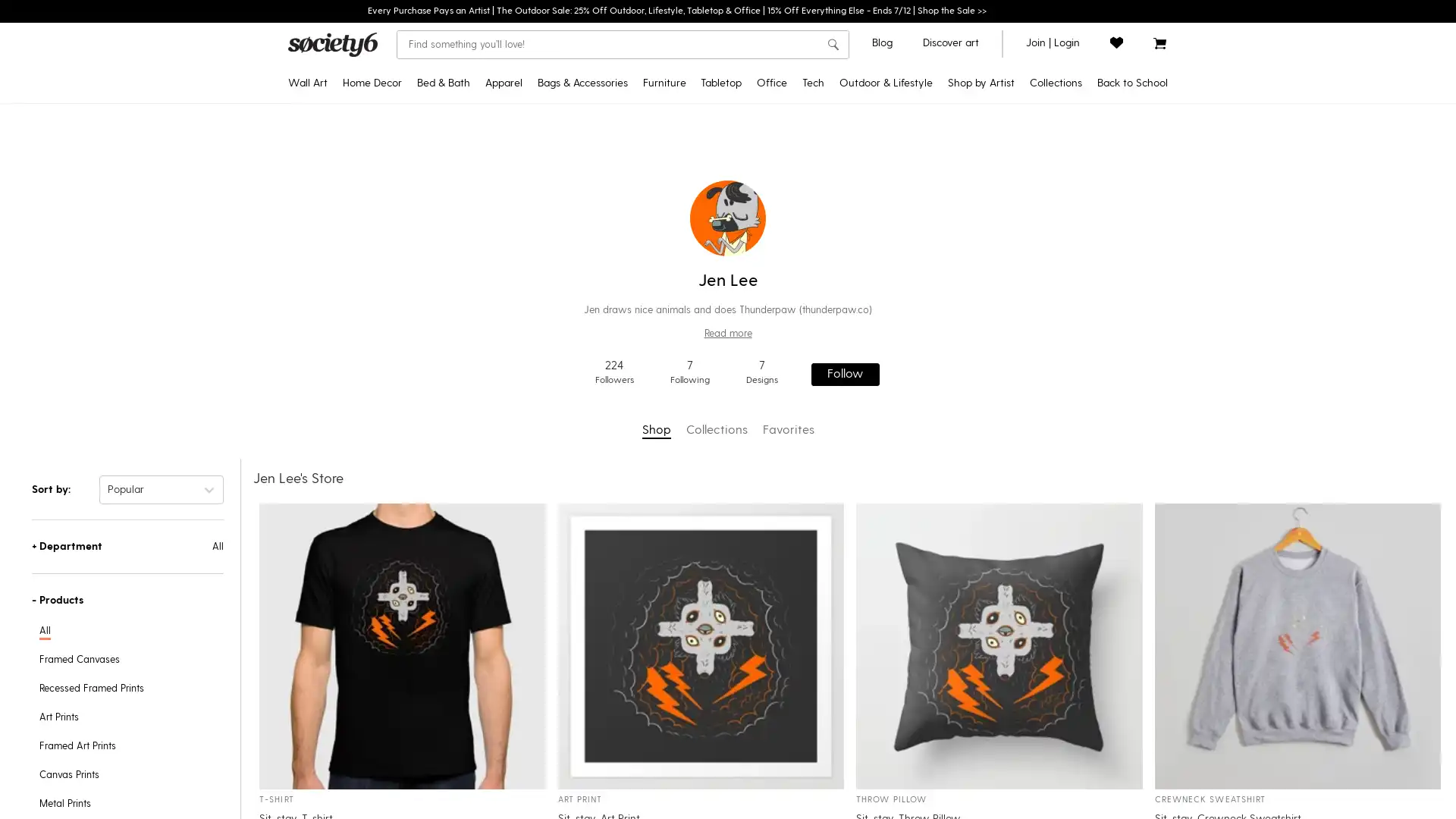 The width and height of the screenshot is (1456, 819). What do you see at coordinates (809, 219) in the screenshot?
I see `Acrylic Trays` at bounding box center [809, 219].